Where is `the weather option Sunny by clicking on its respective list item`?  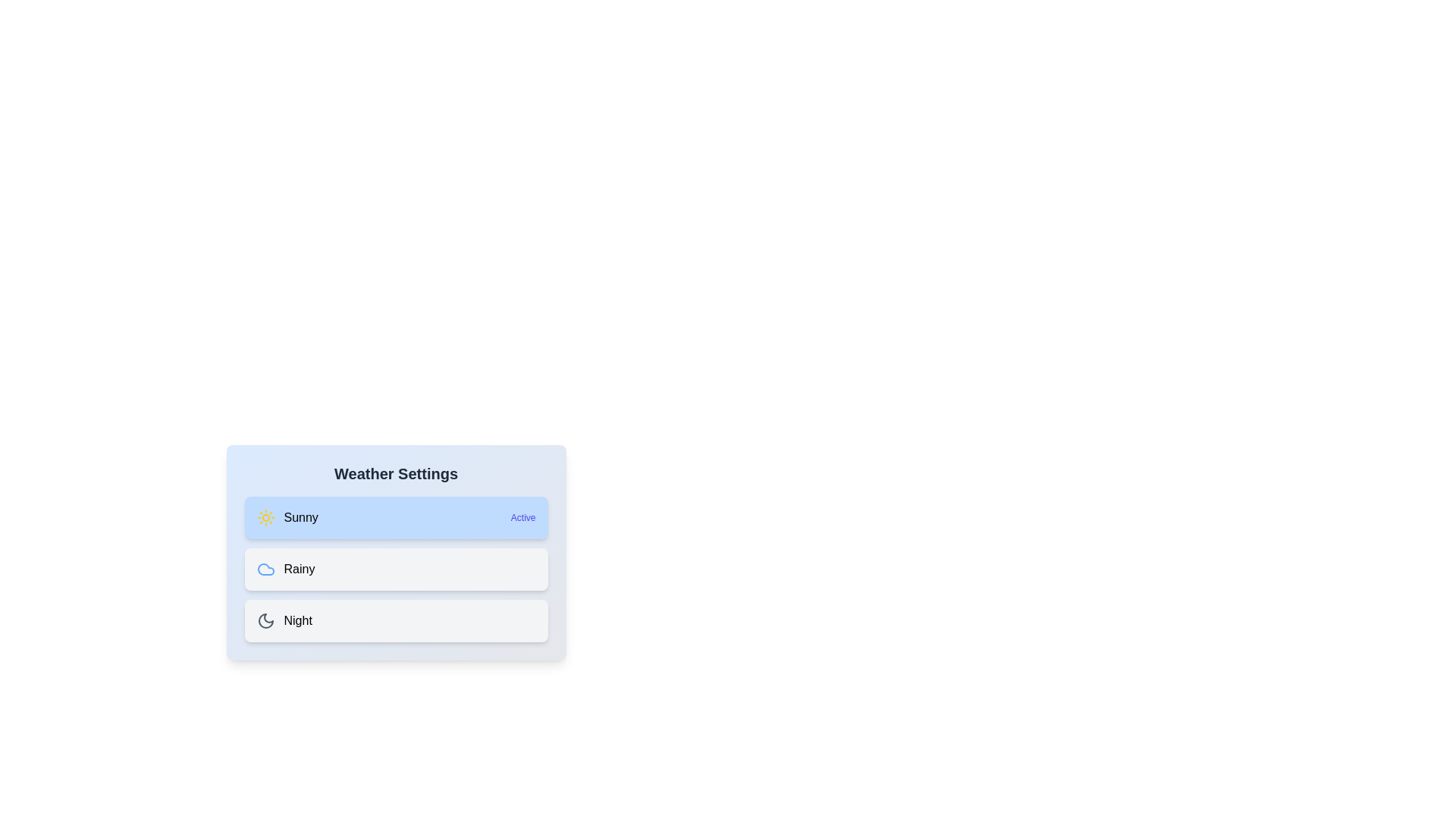 the weather option Sunny by clicking on its respective list item is located at coordinates (396, 516).